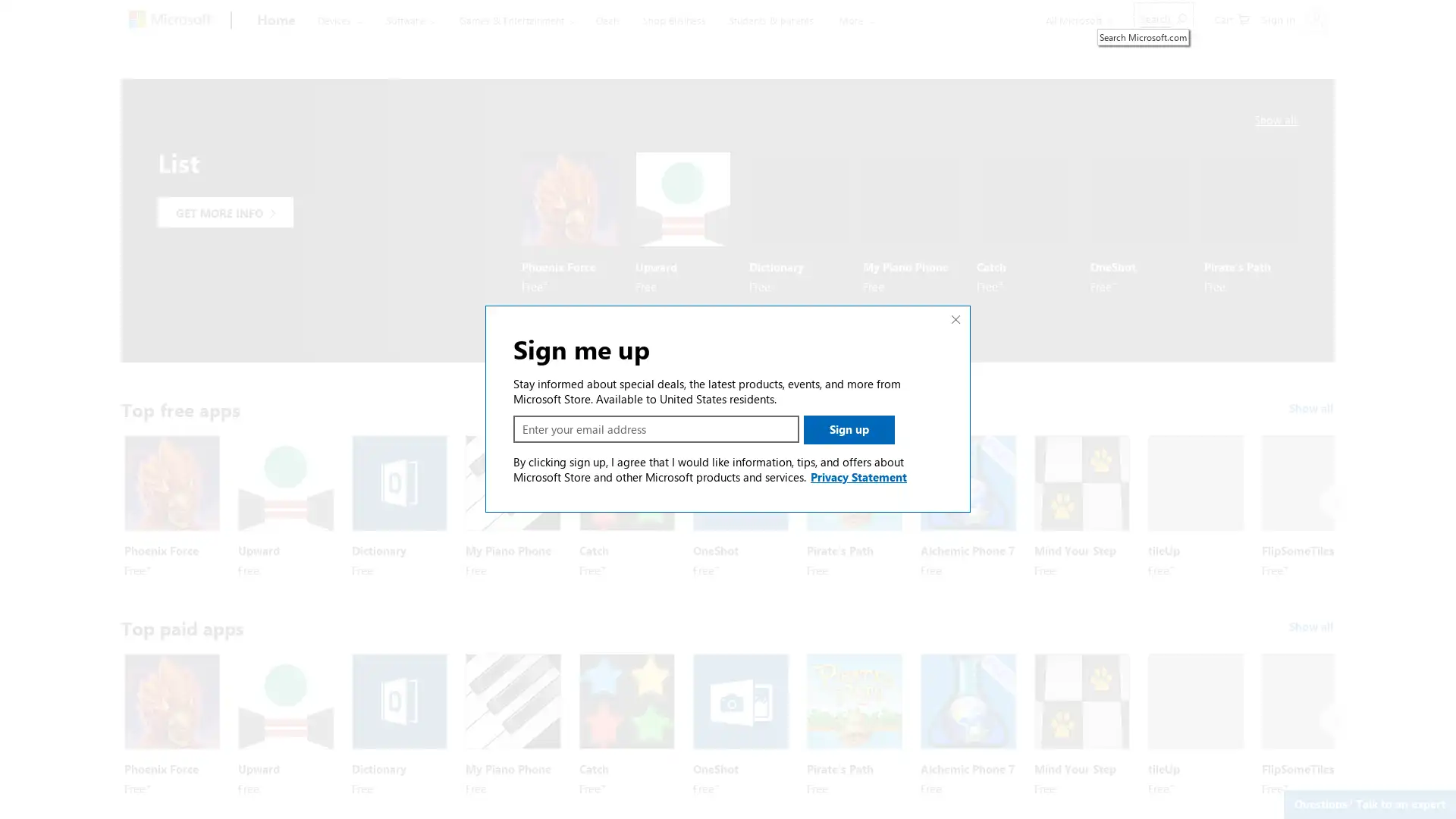  Describe the element at coordinates (856, 20) in the screenshot. I see `More` at that location.